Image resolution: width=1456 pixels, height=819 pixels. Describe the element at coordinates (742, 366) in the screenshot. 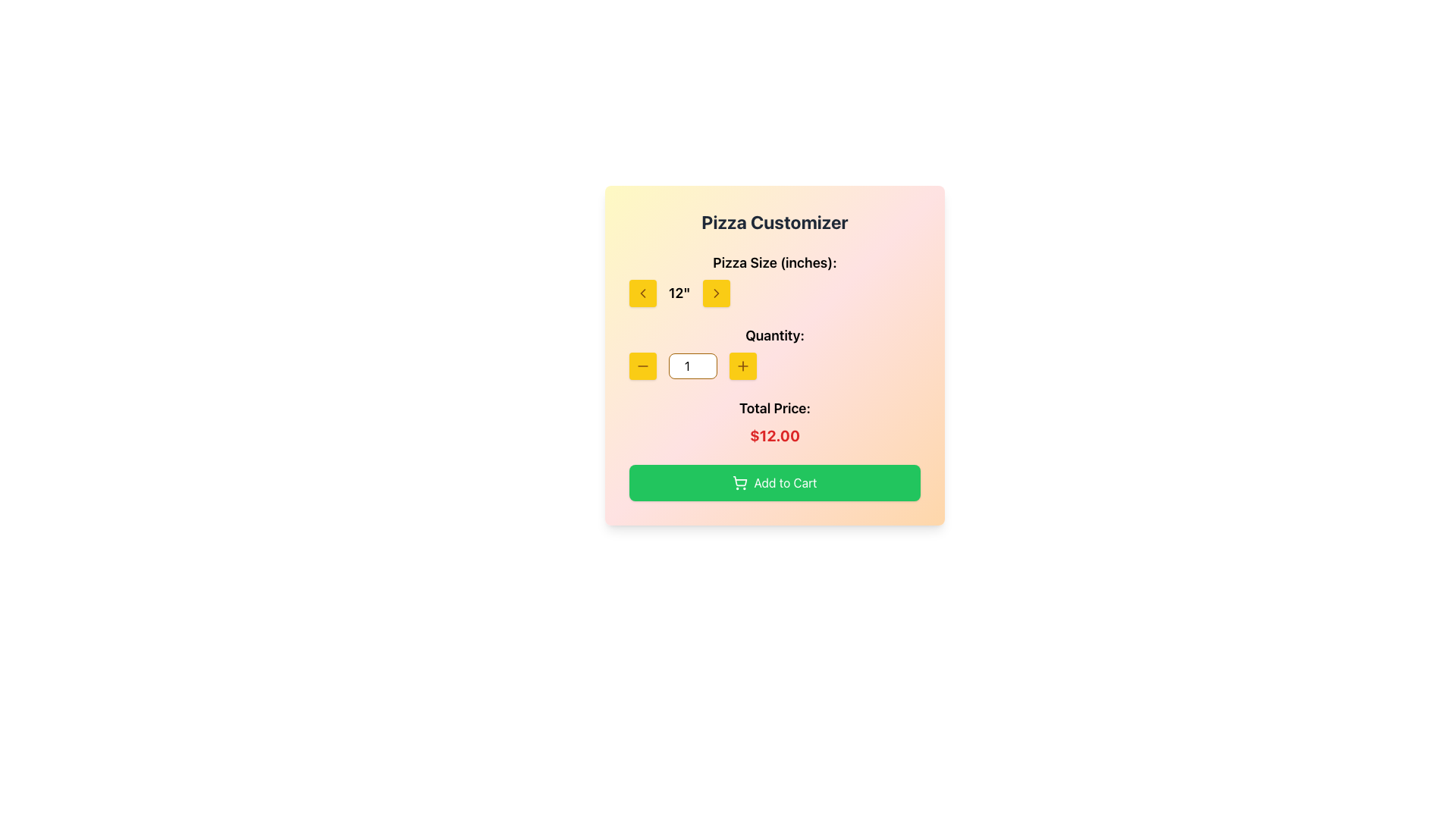

I see `the yellow square button with rounded corners that contains a plus symbol to increment the quantity` at that location.